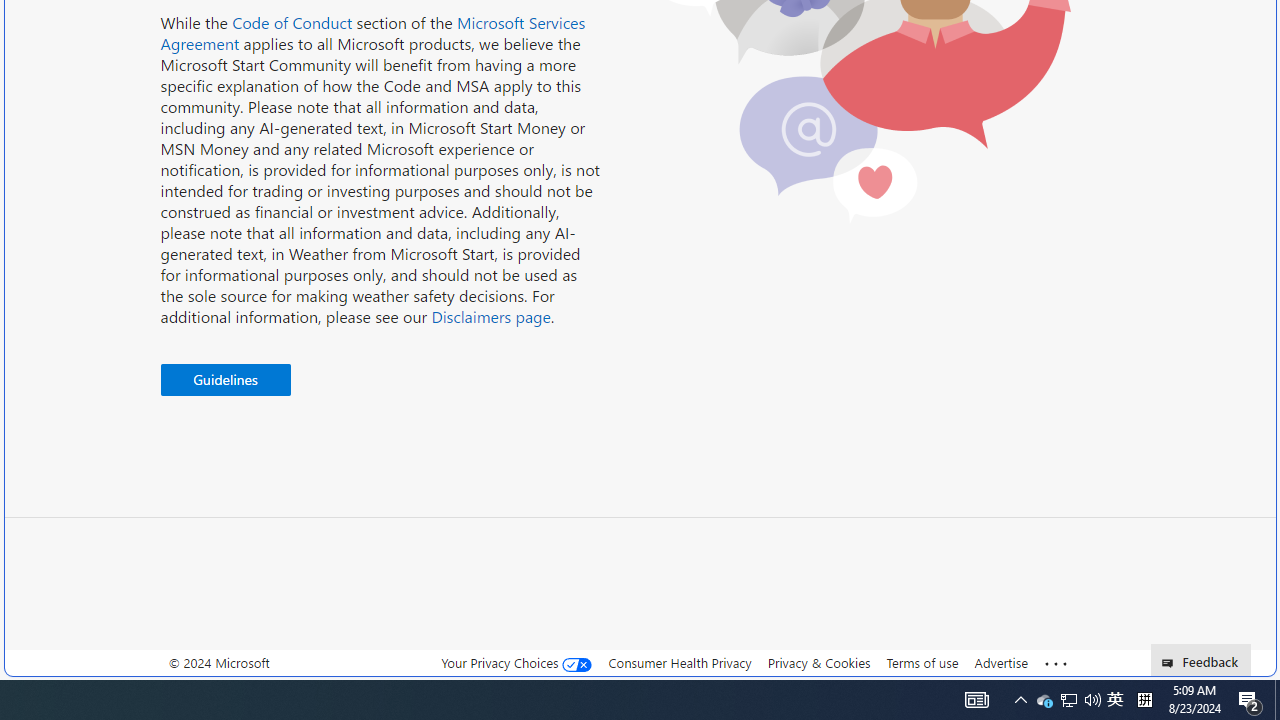 This screenshot has height=720, width=1280. Describe the element at coordinates (1000, 663) in the screenshot. I see `'Advertise'` at that location.